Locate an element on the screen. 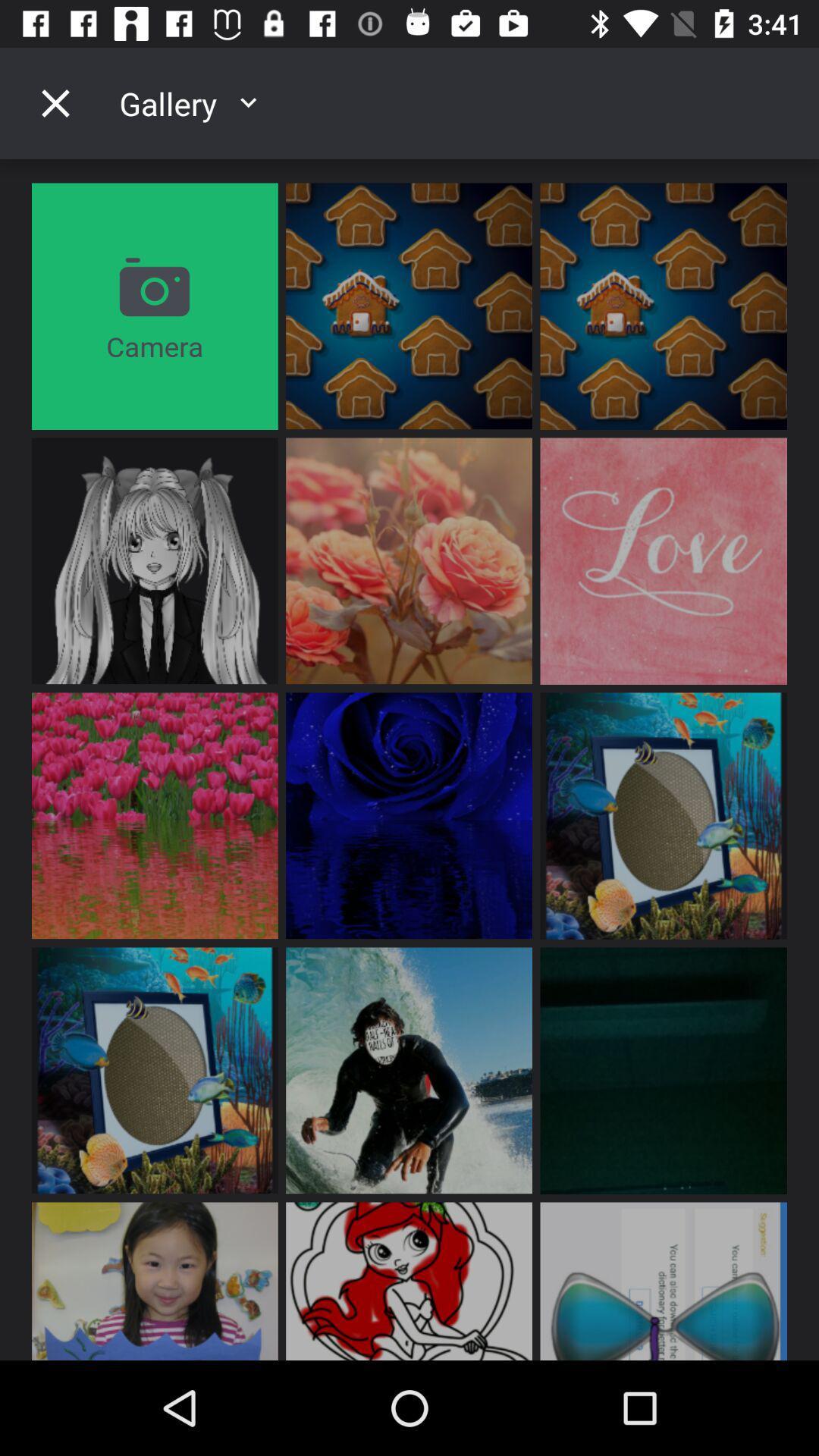 The height and width of the screenshot is (1456, 819). the third image on the which is on the right side of the  fourth vertical of the page is located at coordinates (663, 1070).